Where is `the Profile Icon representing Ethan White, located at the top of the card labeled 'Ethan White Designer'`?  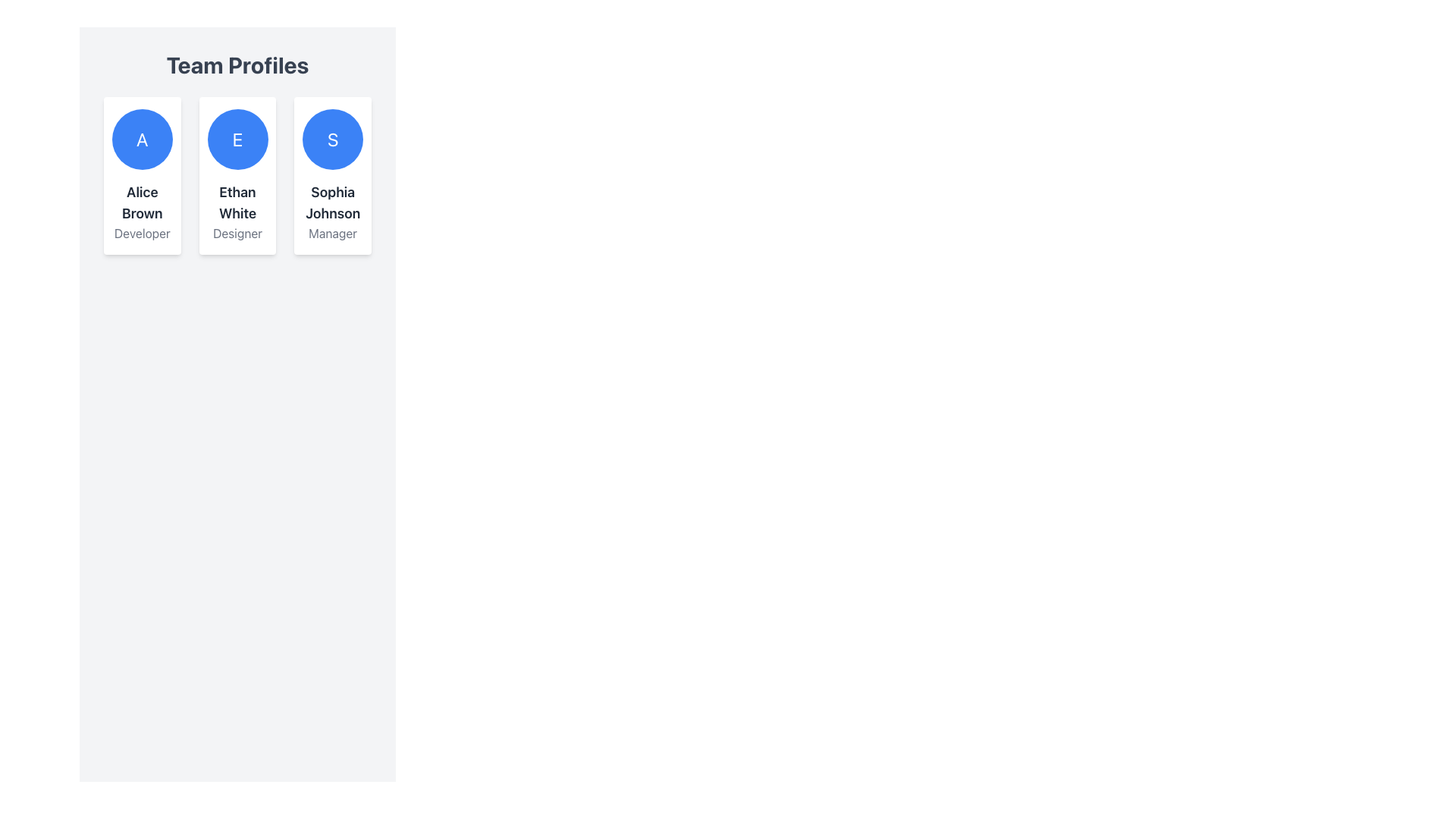 the Profile Icon representing Ethan White, located at the top of the card labeled 'Ethan White Designer' is located at coordinates (237, 140).